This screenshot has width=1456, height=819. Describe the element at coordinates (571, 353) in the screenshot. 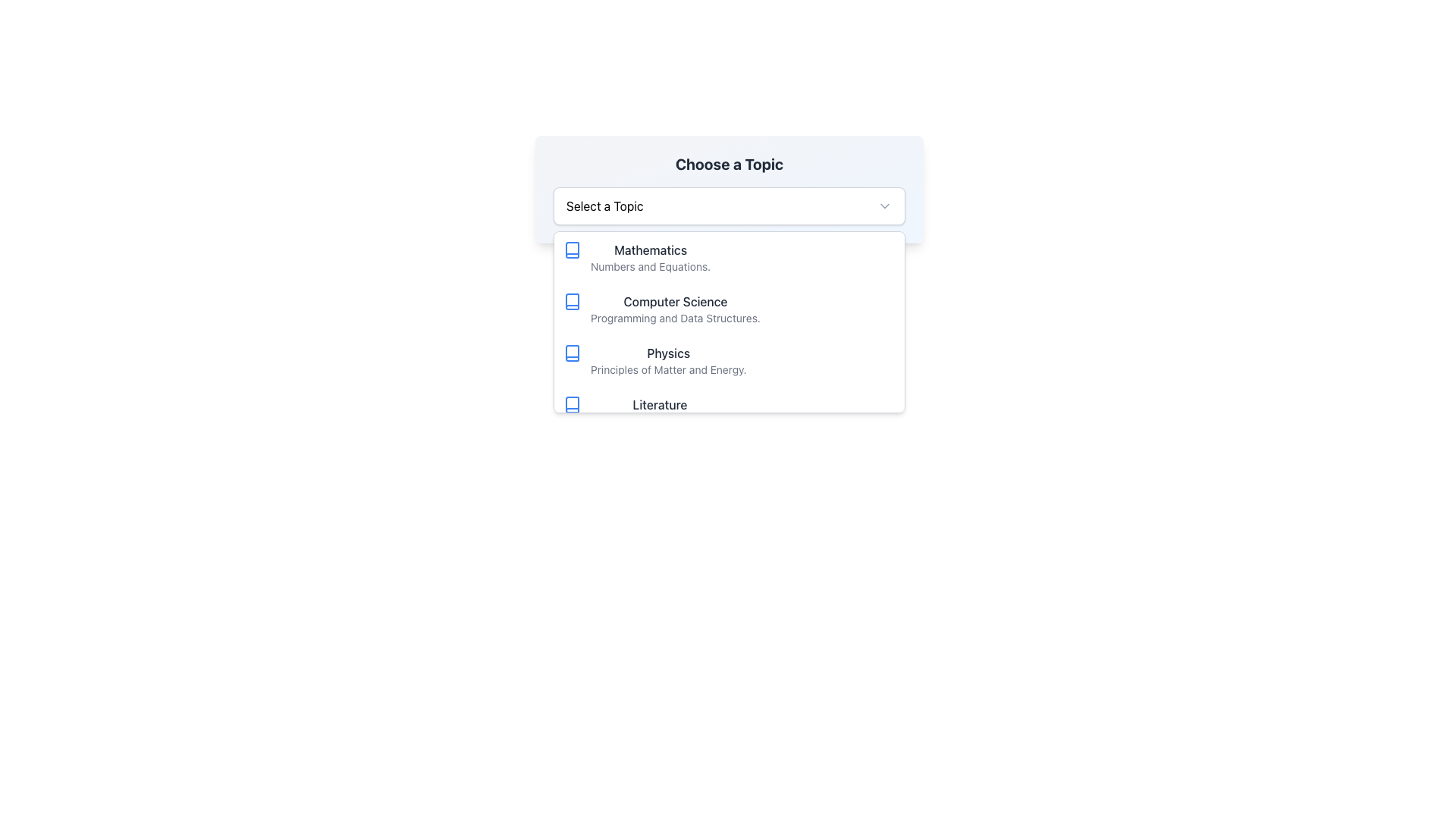

I see `the blue book icon representing the subject 'Physics', which is located to the far left of the text in the interface` at that location.